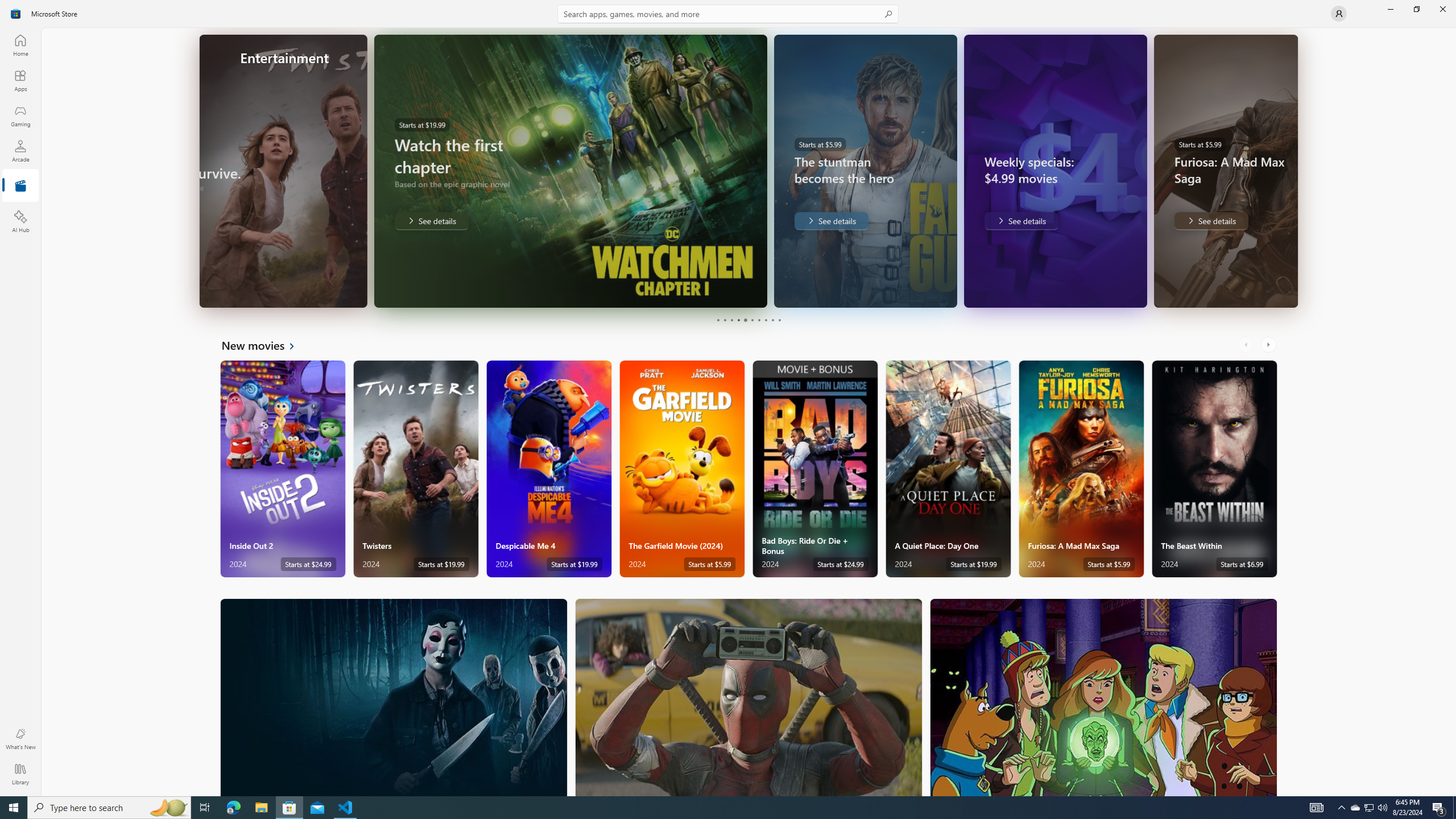 Image resolution: width=1456 pixels, height=819 pixels. Describe the element at coordinates (16, 13) in the screenshot. I see `'Class: Image'` at that location.